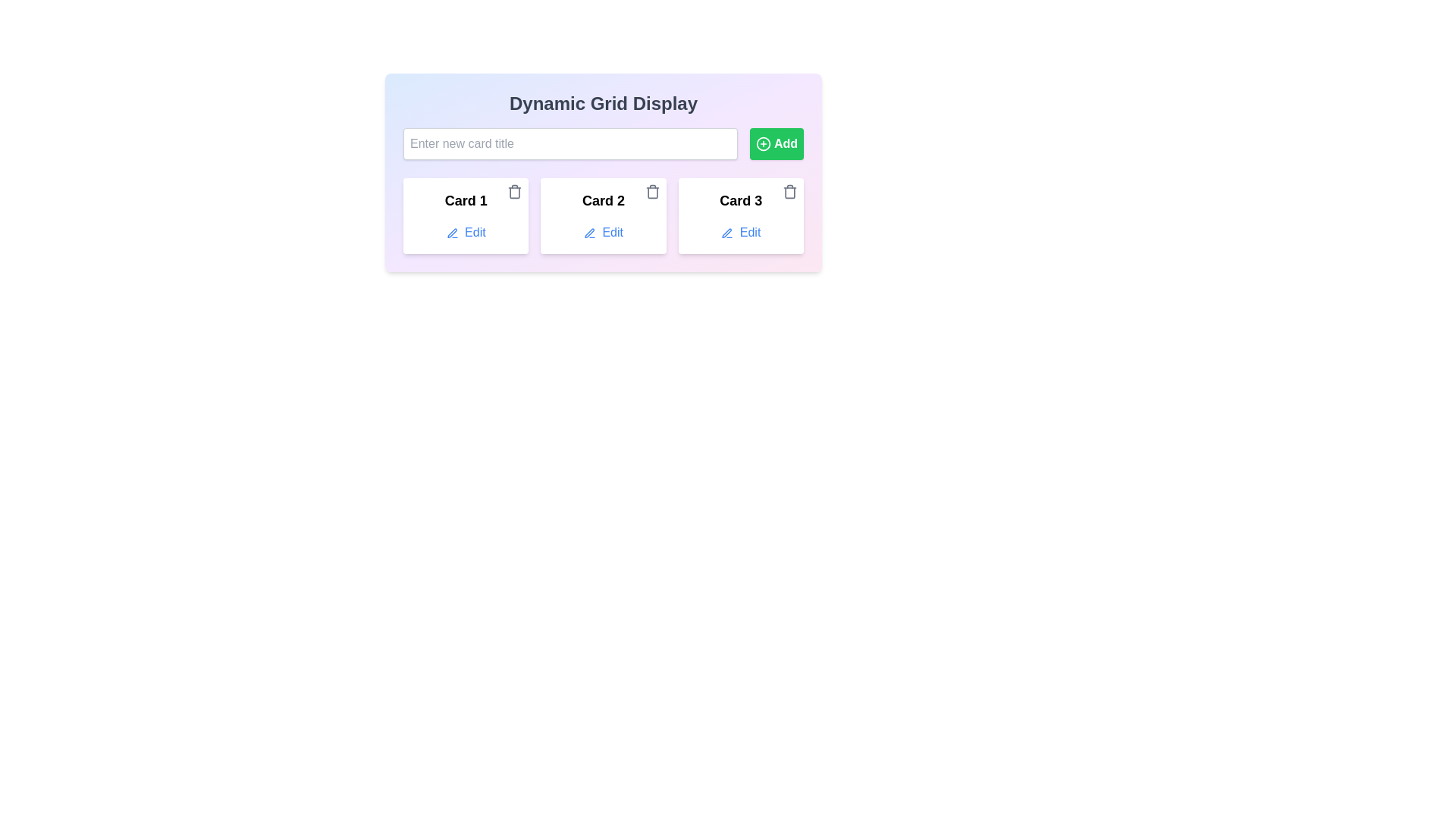  What do you see at coordinates (451, 233) in the screenshot?
I see `the edit icon located beside the 'Edit' text in the bottom section of 'Card 1' in the first column of the dynamic grid display to initiate the edit functionality` at bounding box center [451, 233].